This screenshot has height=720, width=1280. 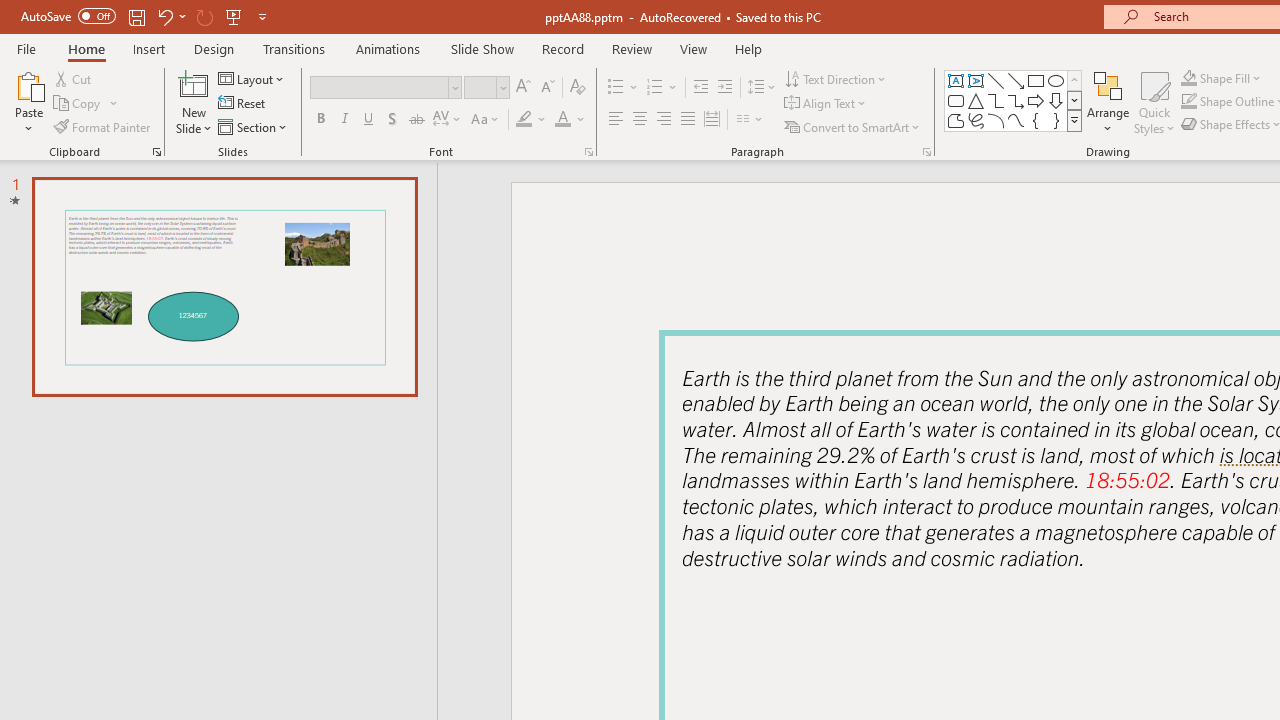 I want to click on 'Align Left', so click(x=615, y=119).